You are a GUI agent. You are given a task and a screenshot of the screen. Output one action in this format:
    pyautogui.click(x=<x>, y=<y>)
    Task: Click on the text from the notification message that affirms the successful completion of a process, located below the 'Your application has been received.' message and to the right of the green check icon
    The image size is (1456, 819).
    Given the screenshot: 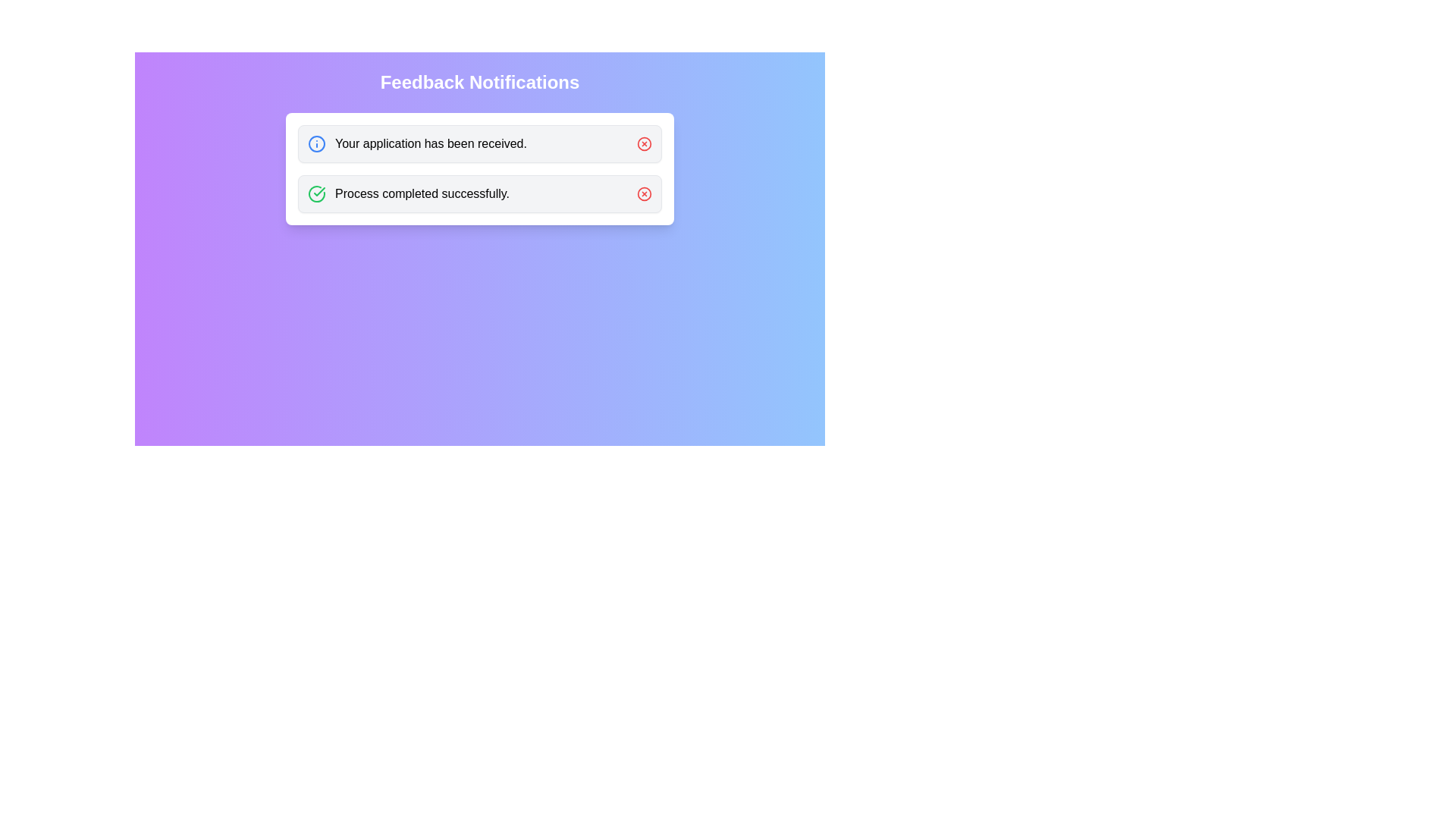 What is the action you would take?
    pyautogui.click(x=422, y=193)
    